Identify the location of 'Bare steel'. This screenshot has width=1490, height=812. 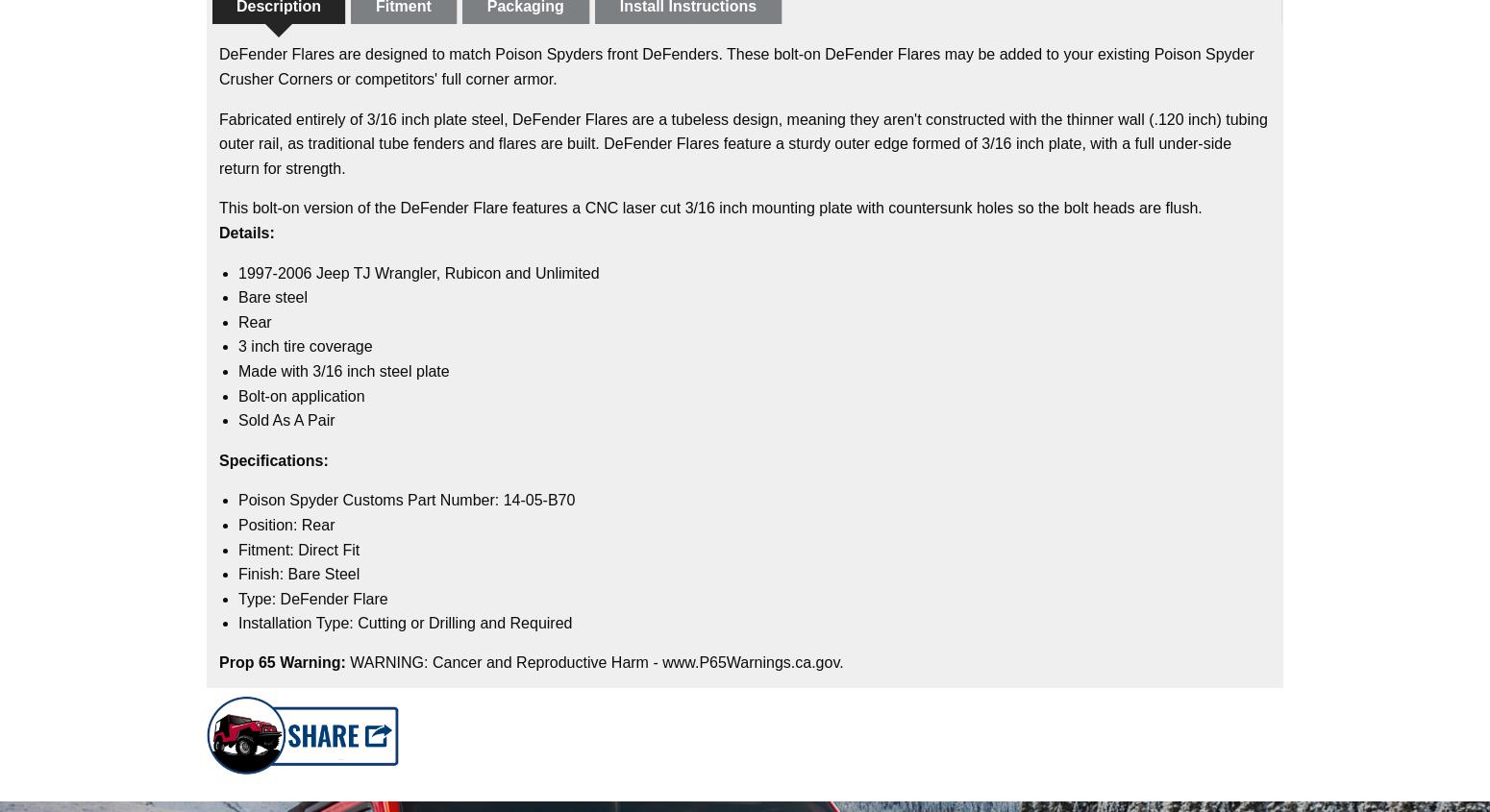
(238, 297).